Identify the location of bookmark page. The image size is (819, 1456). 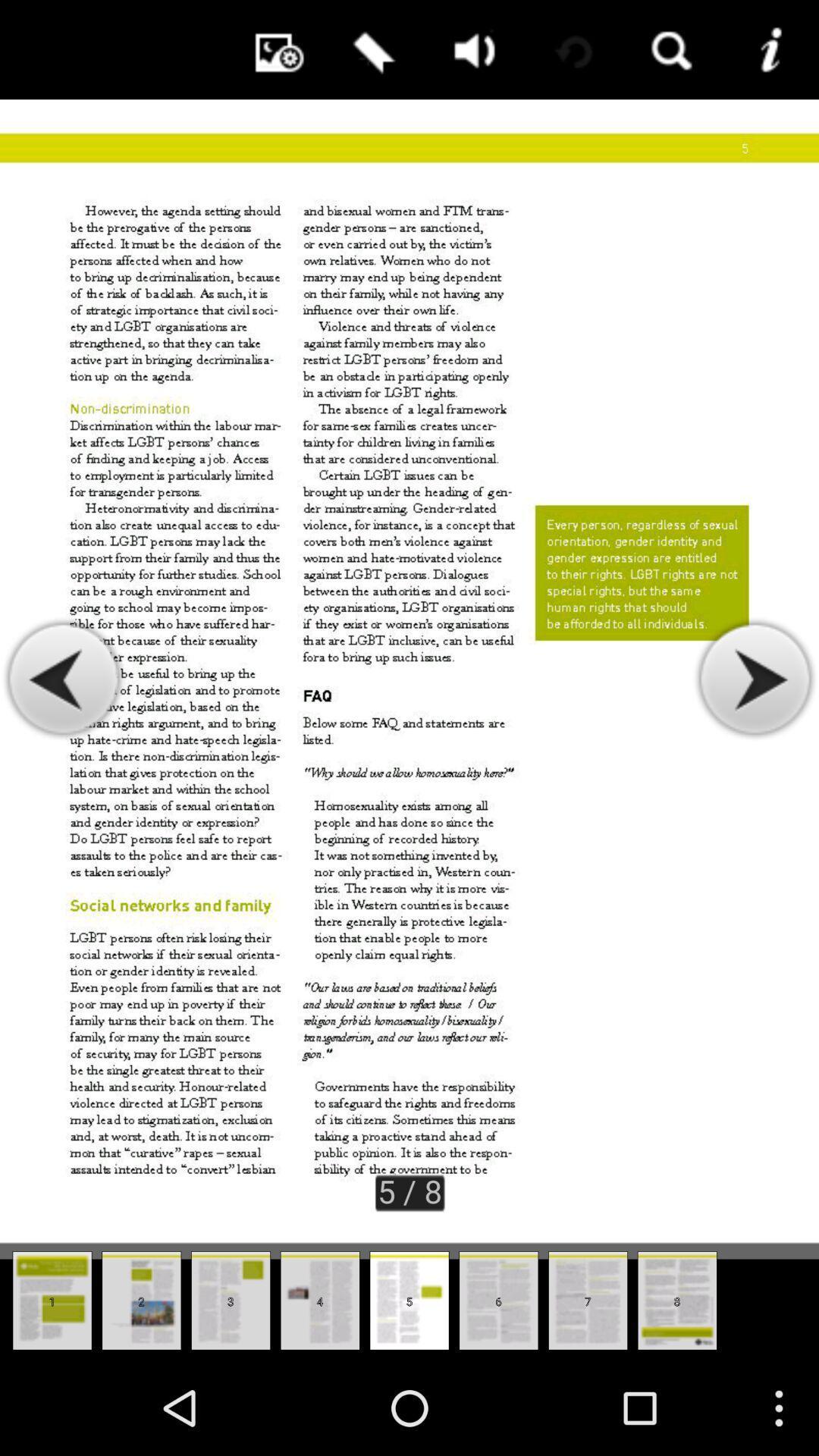
(371, 49).